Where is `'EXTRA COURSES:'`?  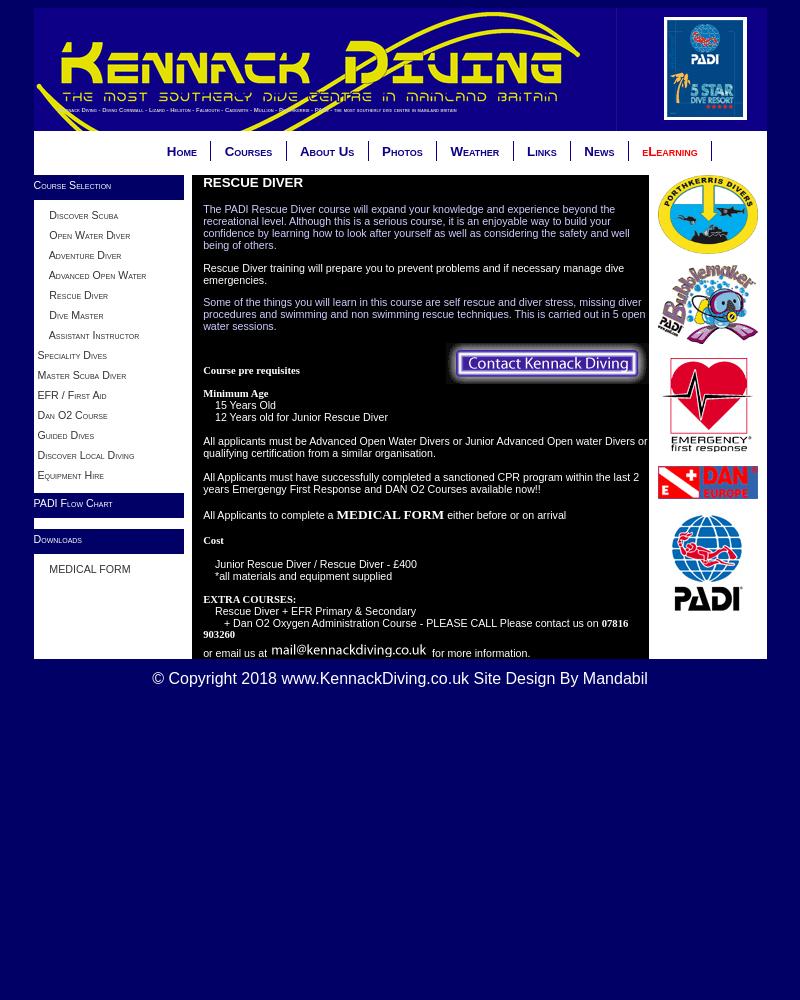 'EXTRA COURSES:' is located at coordinates (248, 597).